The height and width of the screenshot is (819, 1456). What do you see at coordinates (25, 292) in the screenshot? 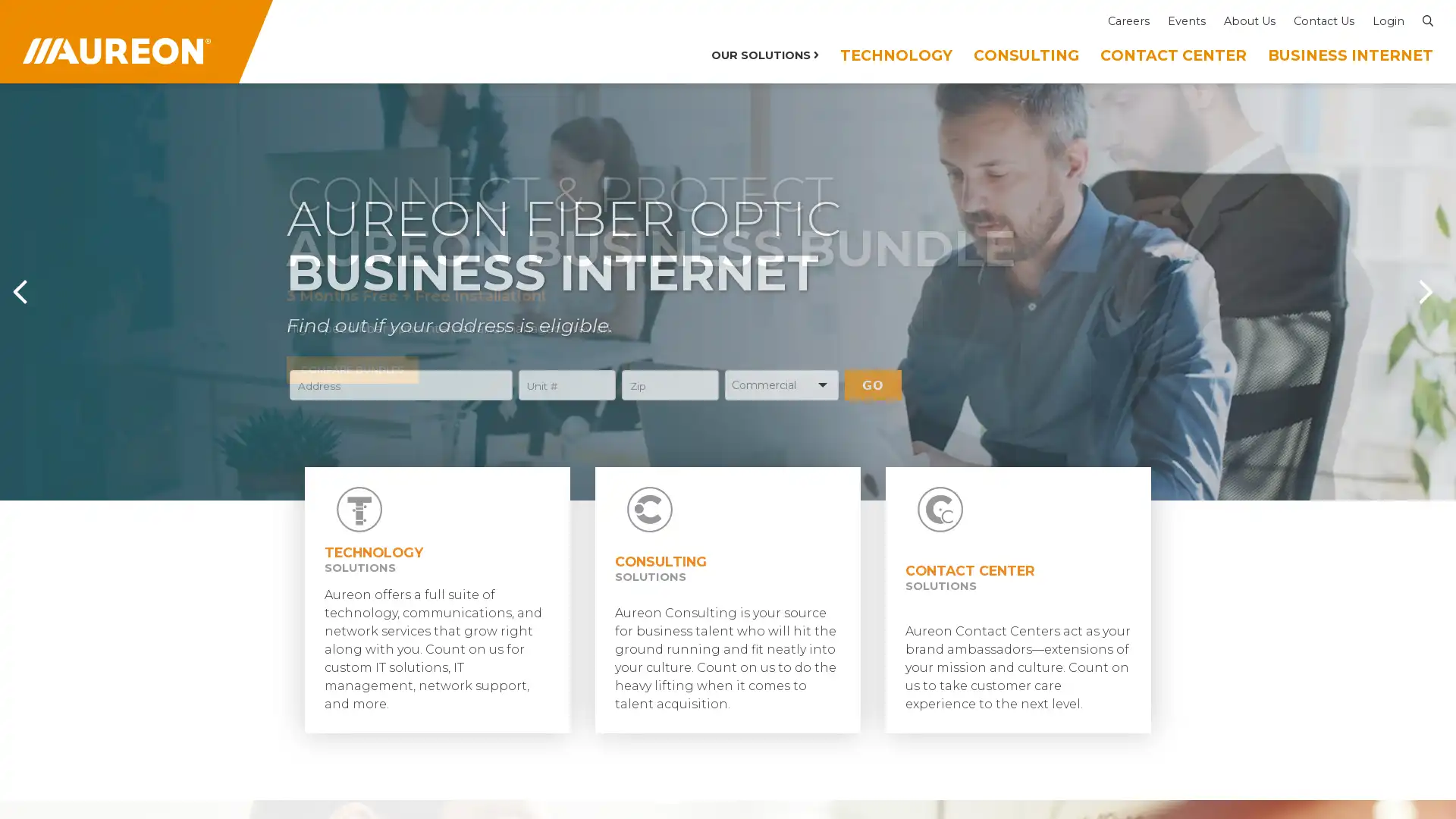
I see `Previous` at bounding box center [25, 292].